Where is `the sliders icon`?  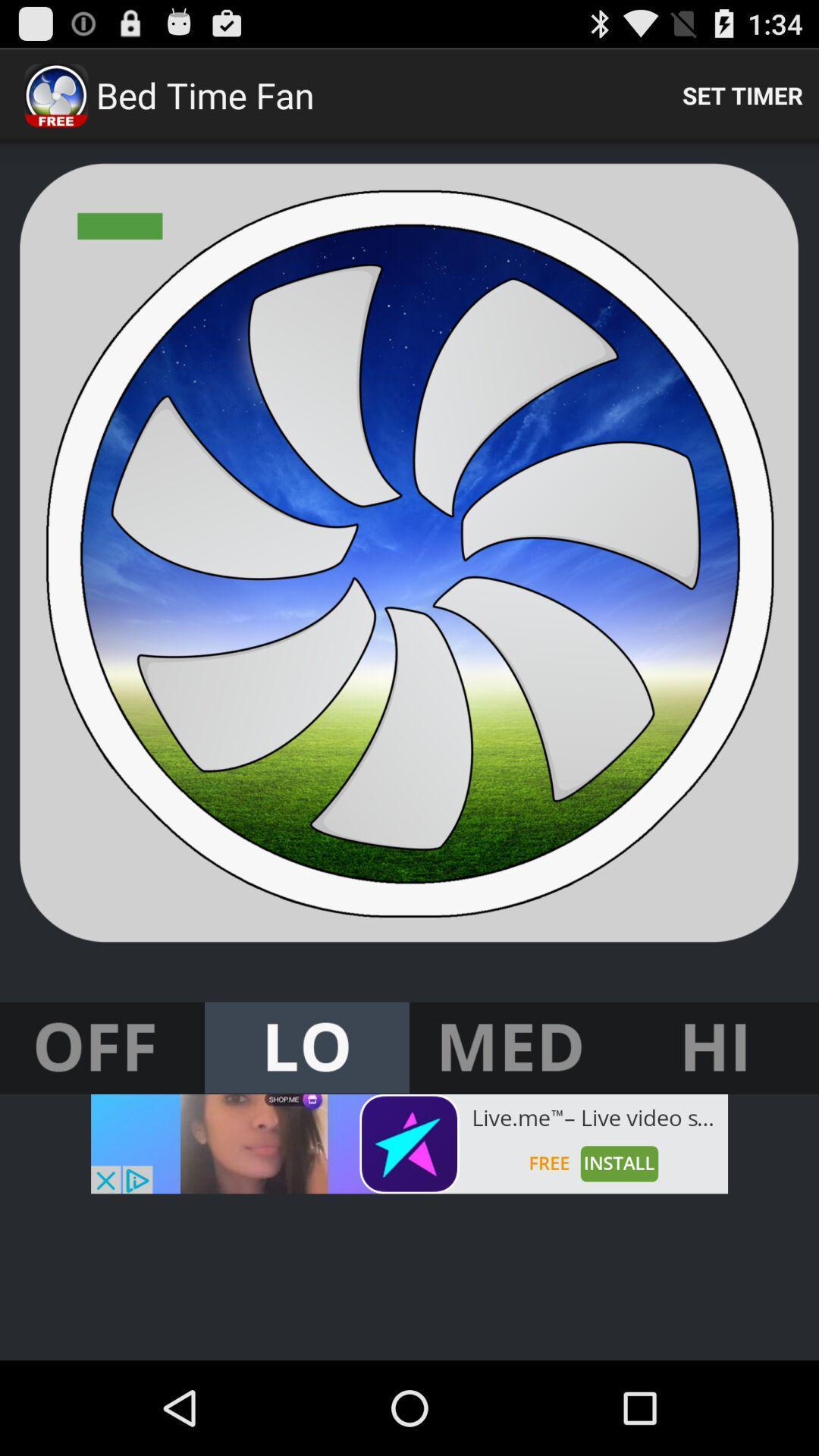
the sliders icon is located at coordinates (512, 1122).